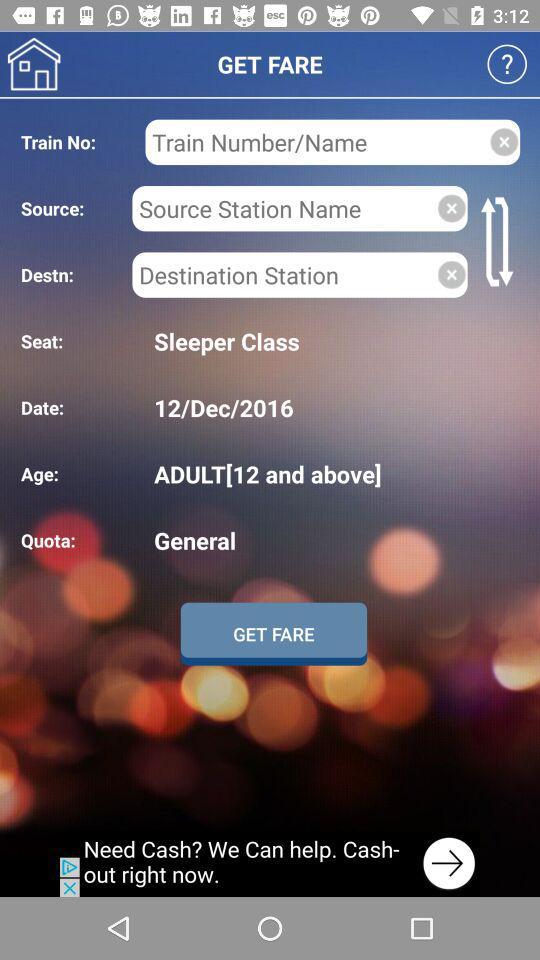  What do you see at coordinates (283, 274) in the screenshot?
I see `information` at bounding box center [283, 274].